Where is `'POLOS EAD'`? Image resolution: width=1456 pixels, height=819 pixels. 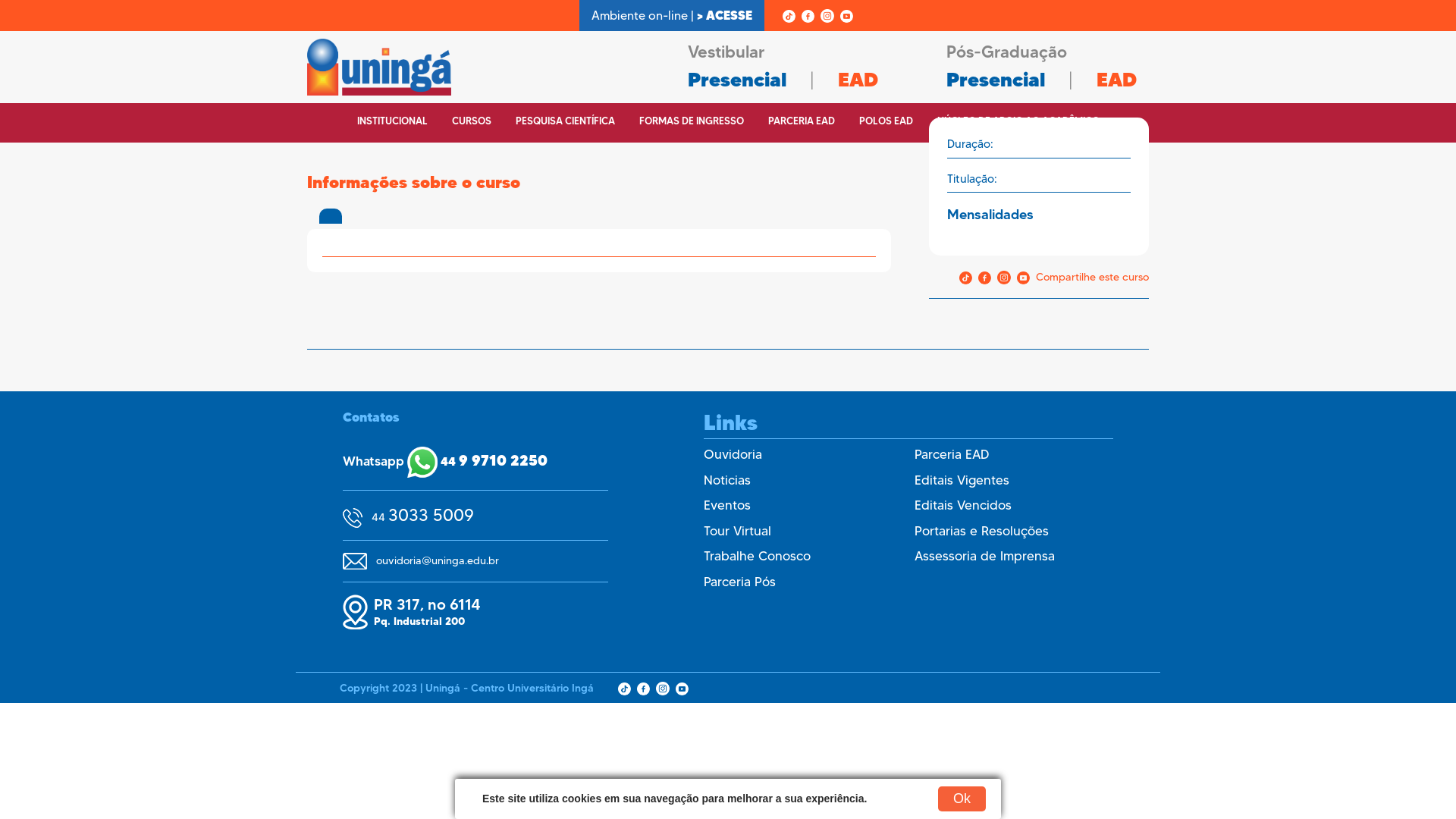
'POLOS EAD' is located at coordinates (885, 122).